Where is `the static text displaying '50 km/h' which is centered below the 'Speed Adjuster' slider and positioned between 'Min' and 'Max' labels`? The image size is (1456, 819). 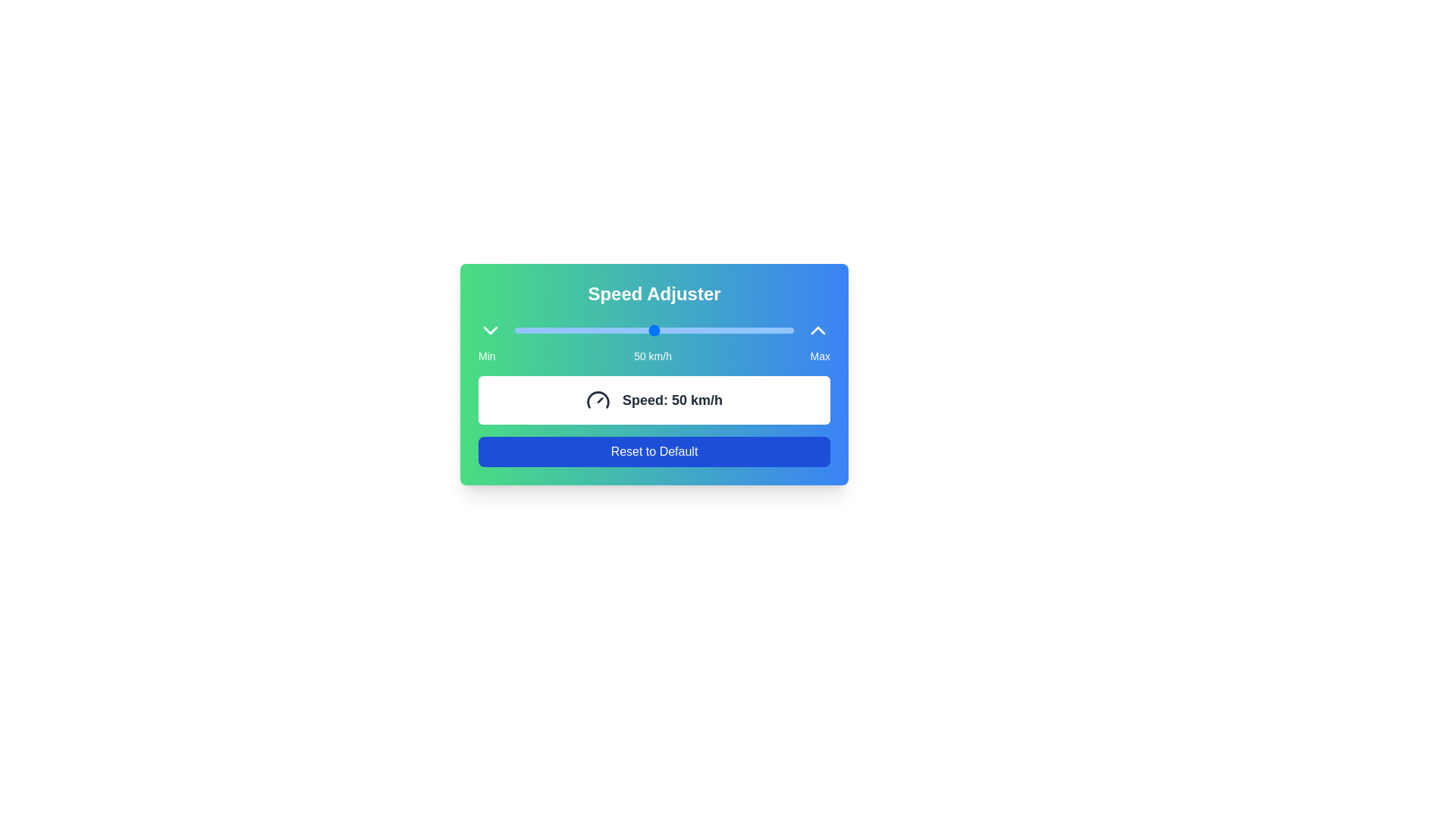
the static text displaying '50 km/h' which is centered below the 'Speed Adjuster' slider and positioned between 'Min' and 'Max' labels is located at coordinates (653, 356).